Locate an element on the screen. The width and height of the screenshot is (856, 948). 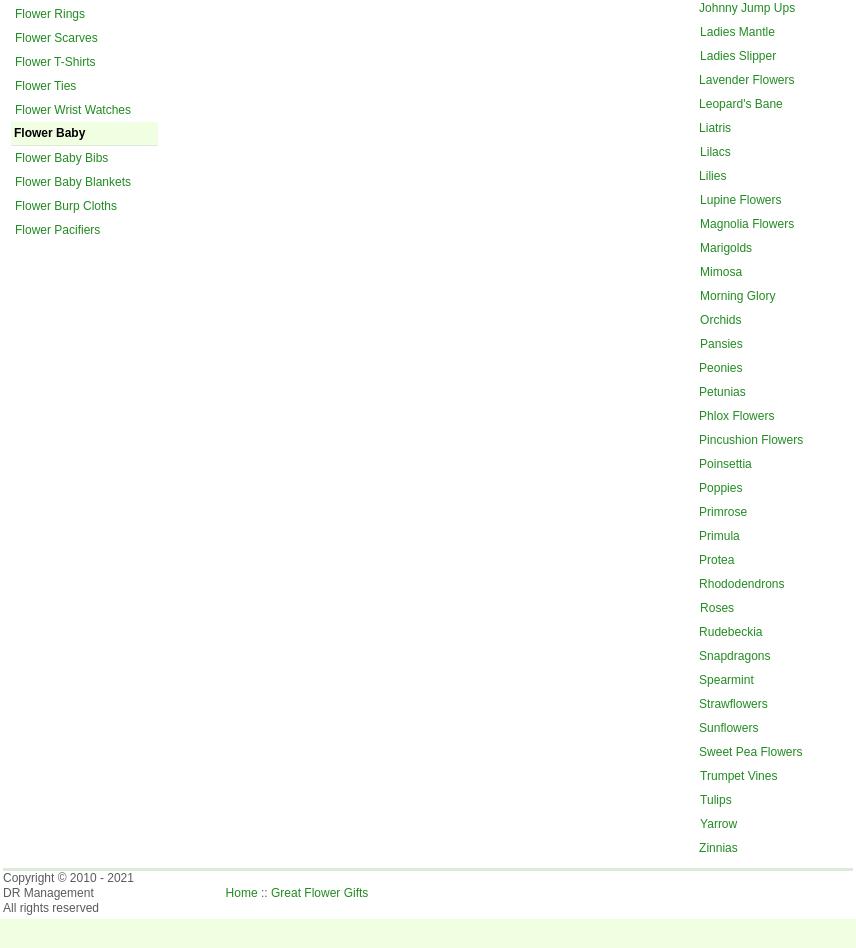
'Rudebeckia' is located at coordinates (698, 629).